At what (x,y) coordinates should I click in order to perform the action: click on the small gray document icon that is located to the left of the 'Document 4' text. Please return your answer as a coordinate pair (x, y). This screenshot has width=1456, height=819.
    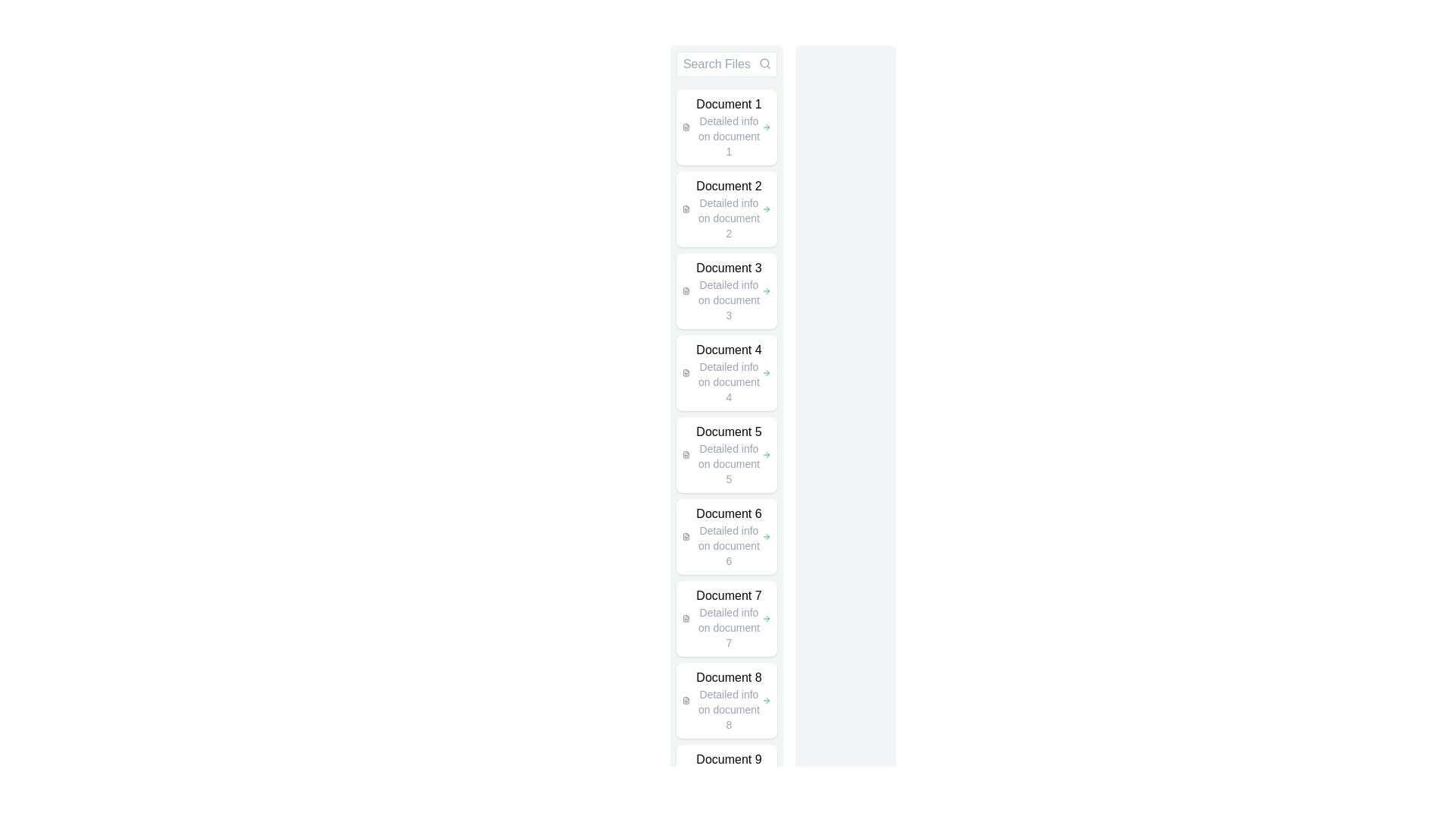
    Looking at the image, I should click on (685, 373).